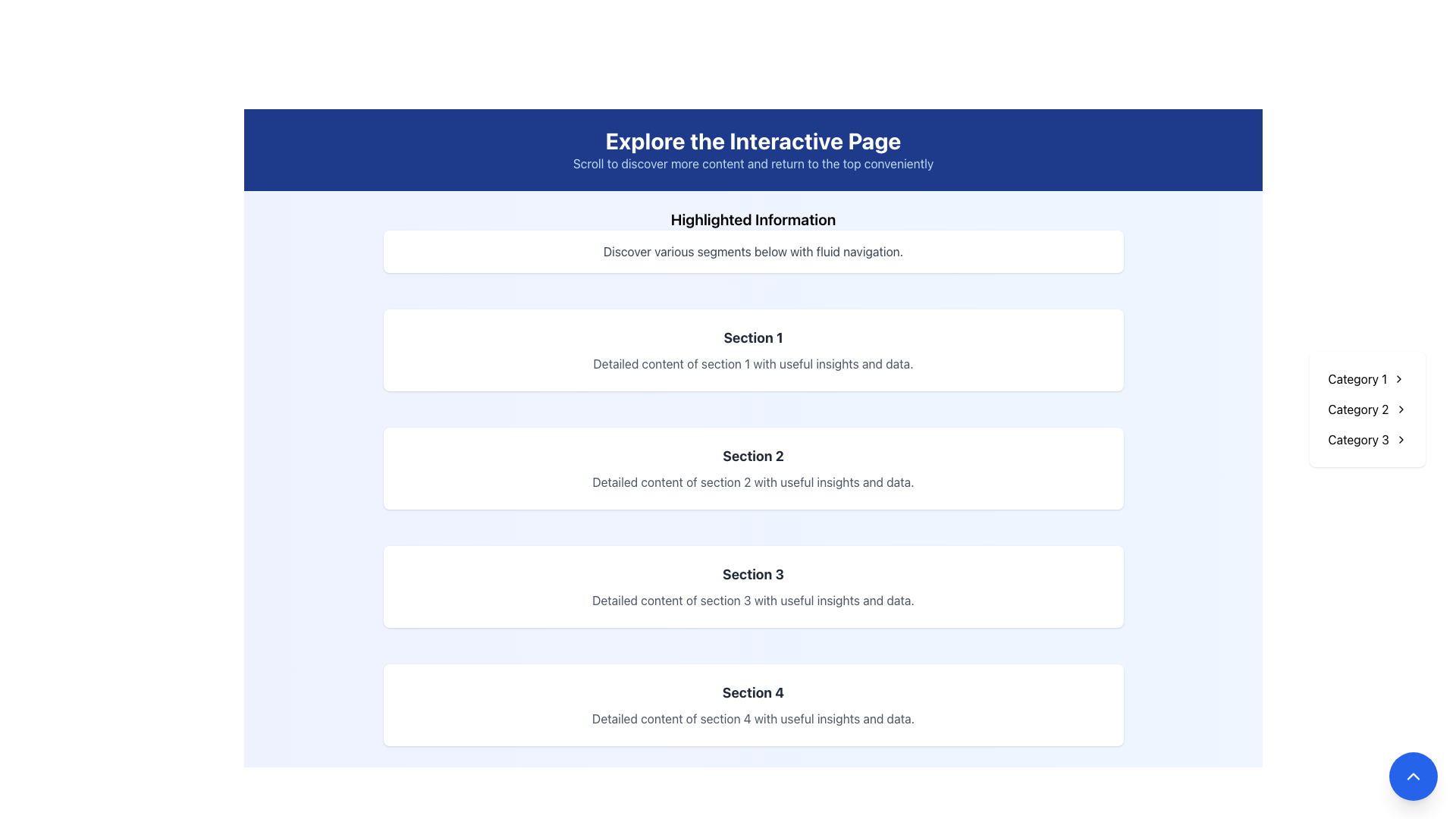  What do you see at coordinates (1412, 776) in the screenshot?
I see `the scroll-to-top button located at the bottom-right corner of the interface` at bounding box center [1412, 776].